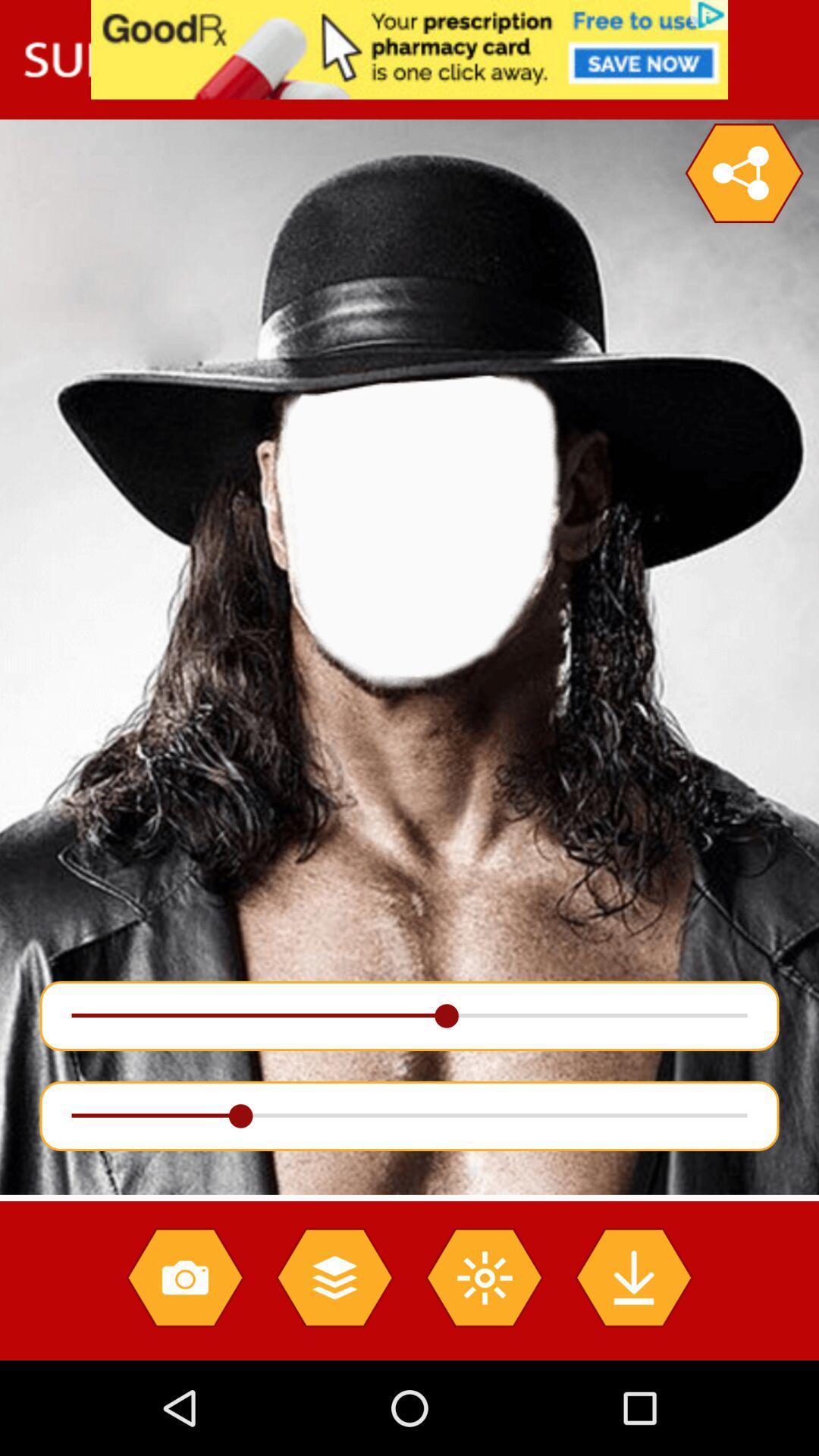 The image size is (819, 1456). Describe the element at coordinates (633, 1276) in the screenshot. I see `download page` at that location.